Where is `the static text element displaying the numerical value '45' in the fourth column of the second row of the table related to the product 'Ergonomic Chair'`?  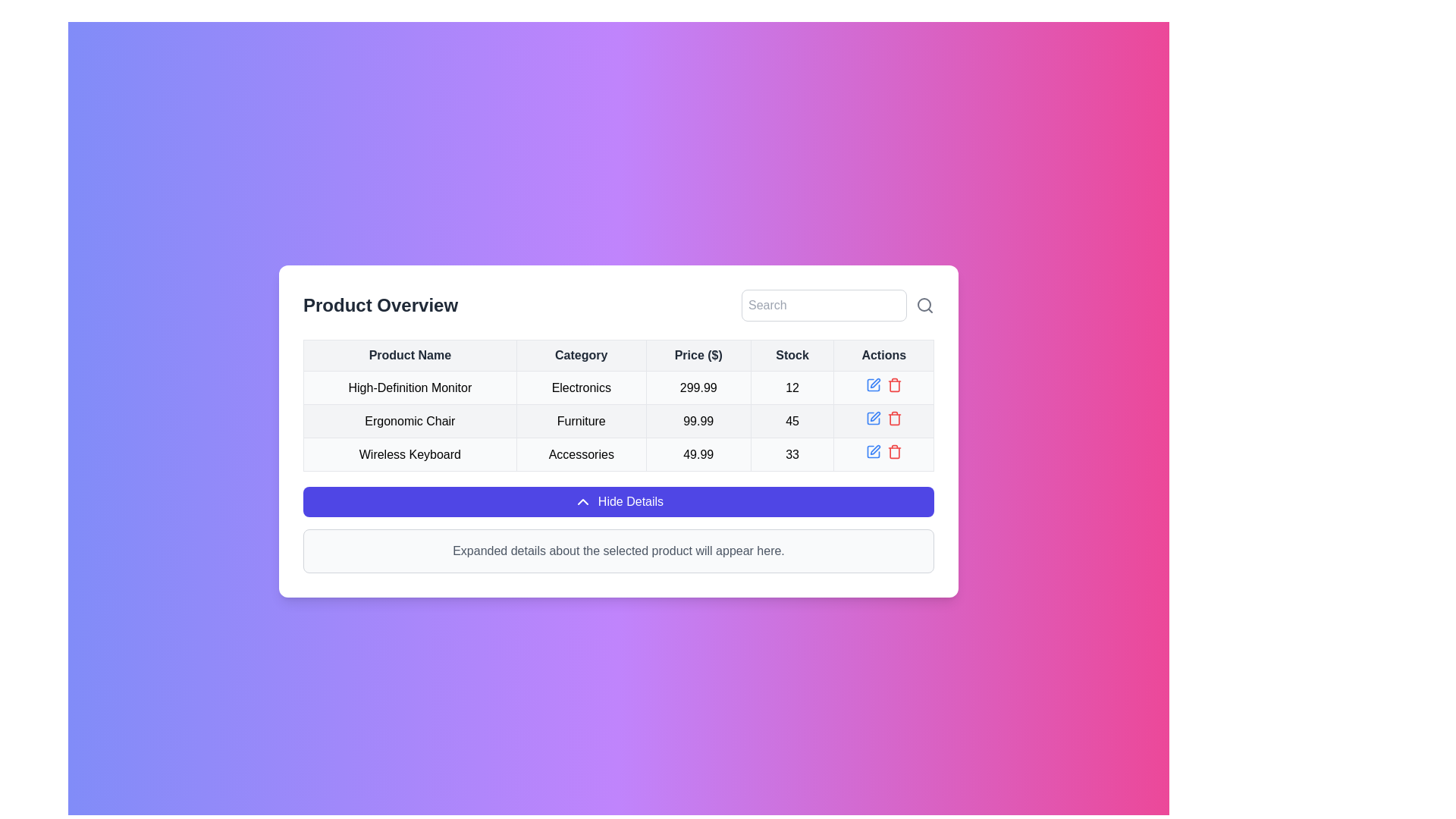
the static text element displaying the numerical value '45' in the fourth column of the second row of the table related to the product 'Ergonomic Chair' is located at coordinates (792, 421).